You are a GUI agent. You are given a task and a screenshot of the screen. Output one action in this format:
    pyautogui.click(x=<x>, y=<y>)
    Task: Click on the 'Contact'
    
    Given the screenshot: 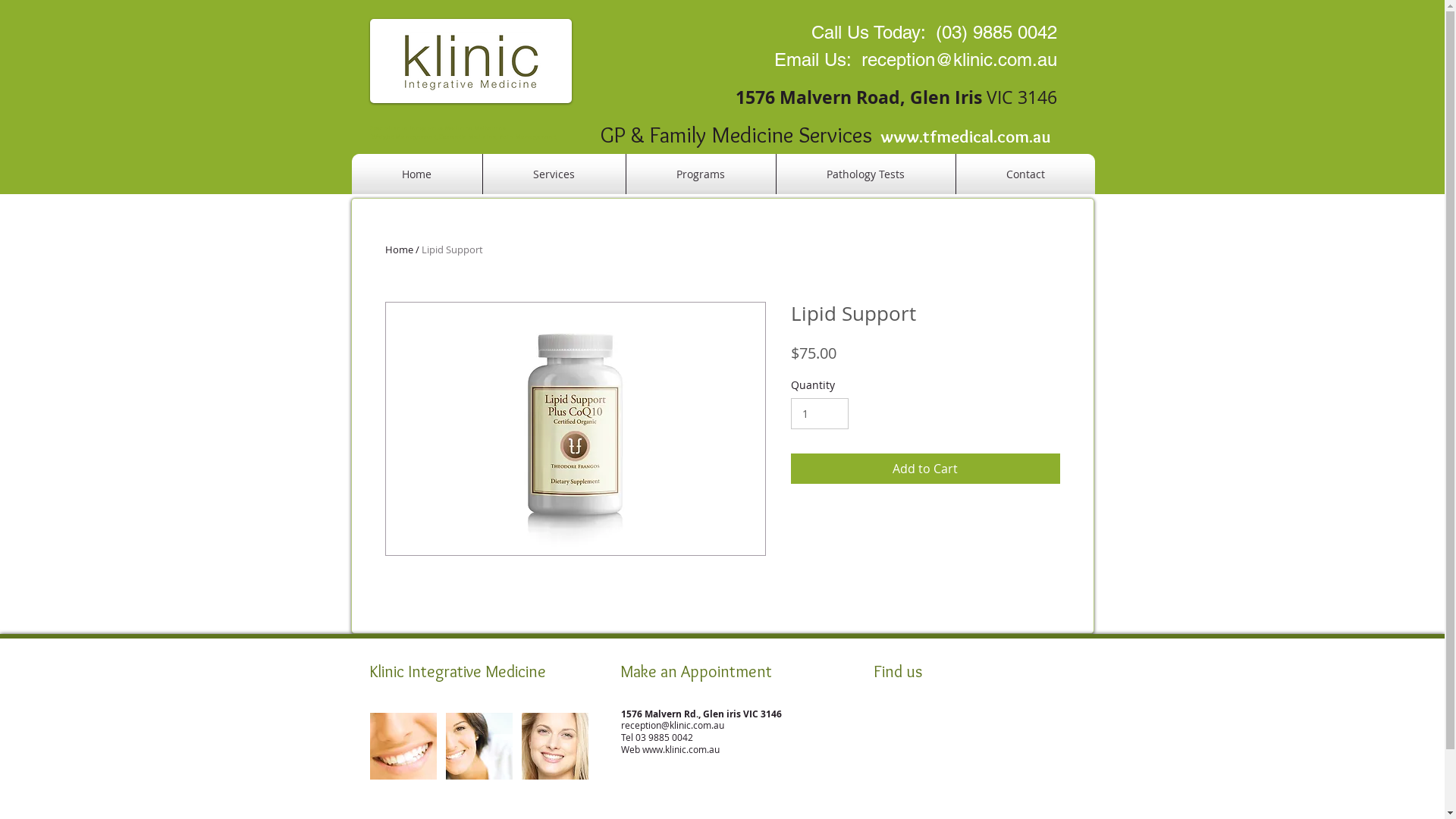 What is the action you would take?
    pyautogui.click(x=1025, y=173)
    